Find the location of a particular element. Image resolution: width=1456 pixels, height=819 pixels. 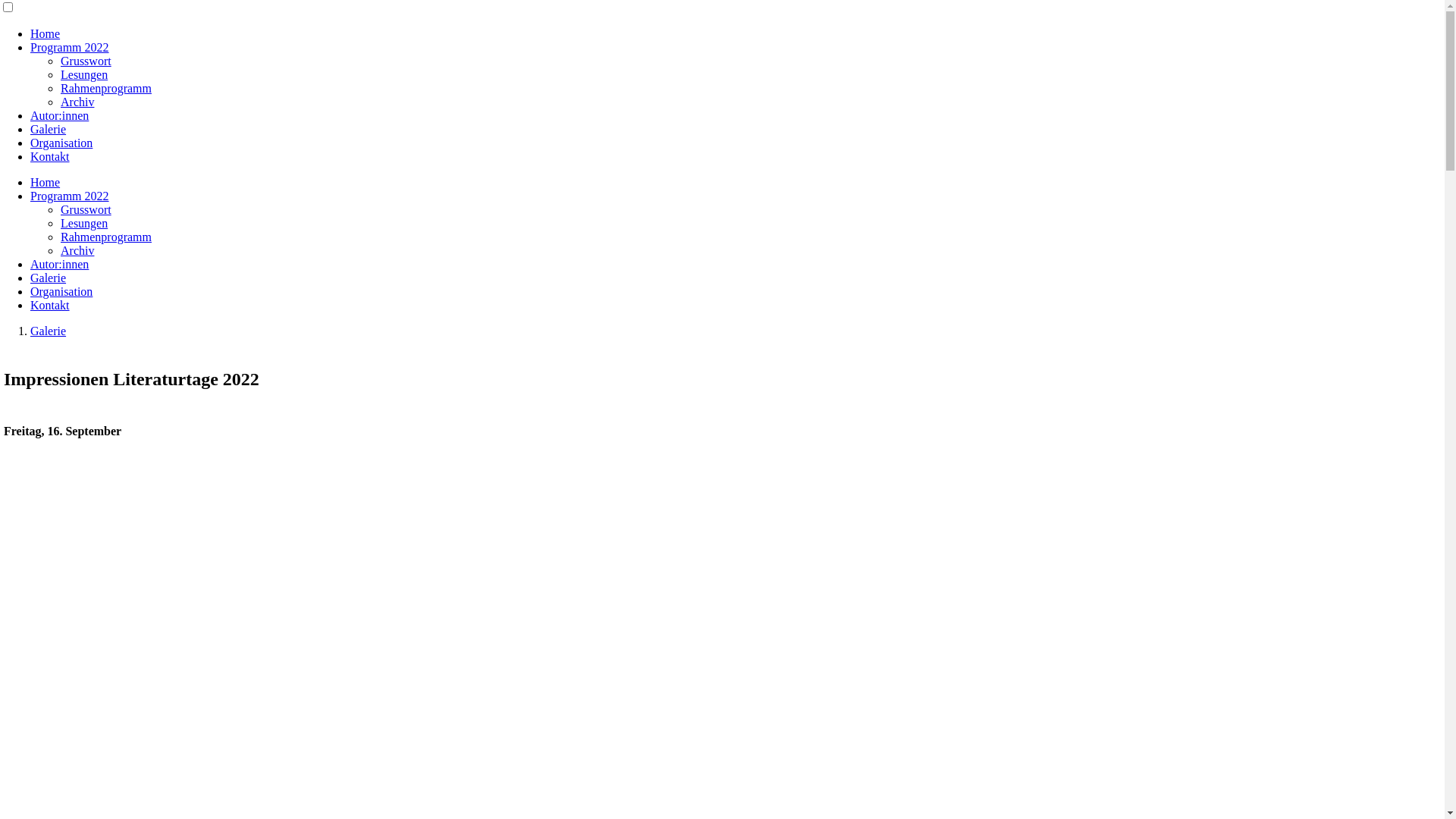

'Lesungen' is located at coordinates (83, 223).